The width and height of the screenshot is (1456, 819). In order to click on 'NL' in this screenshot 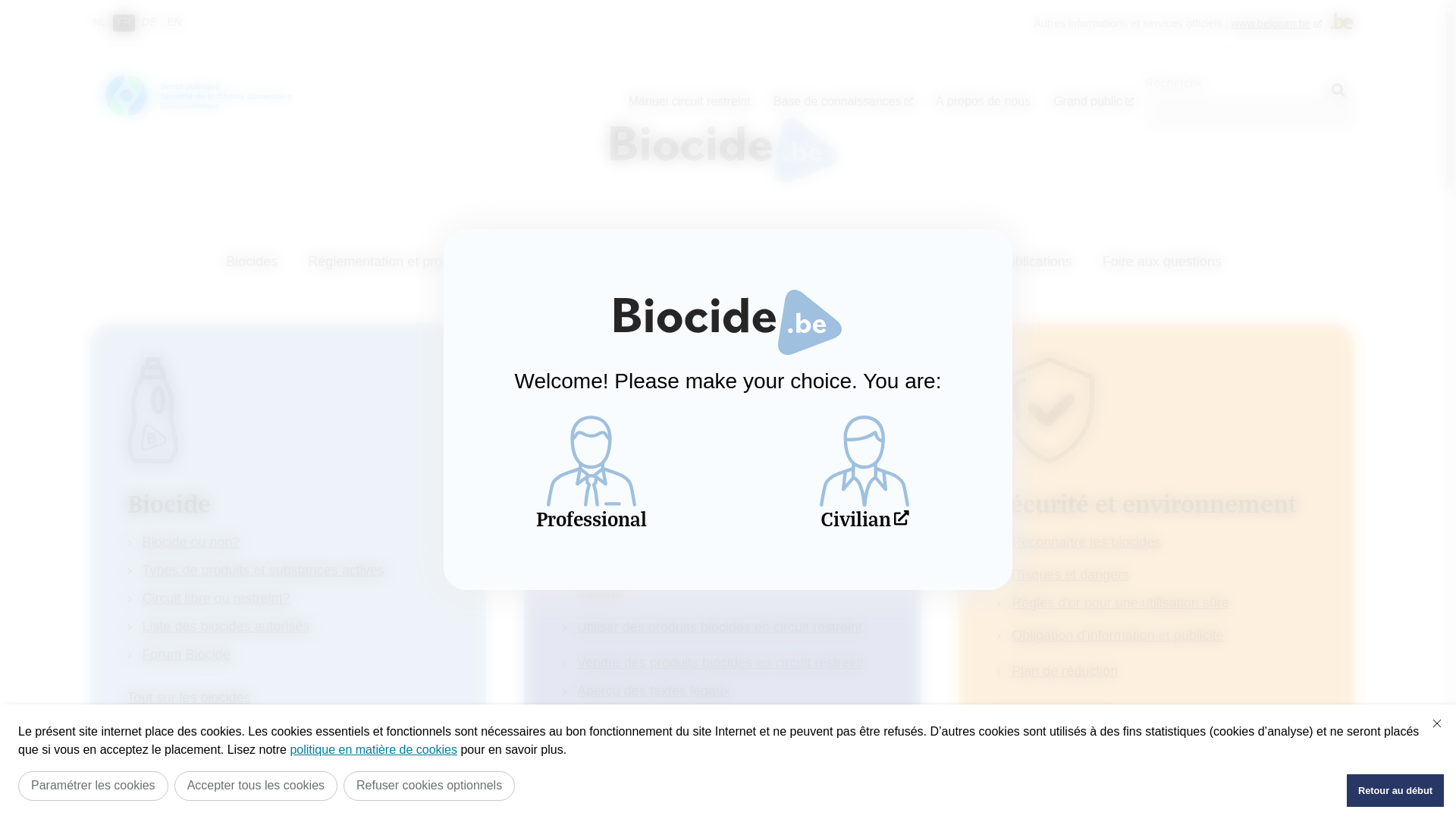, I will do `click(99, 22)`.